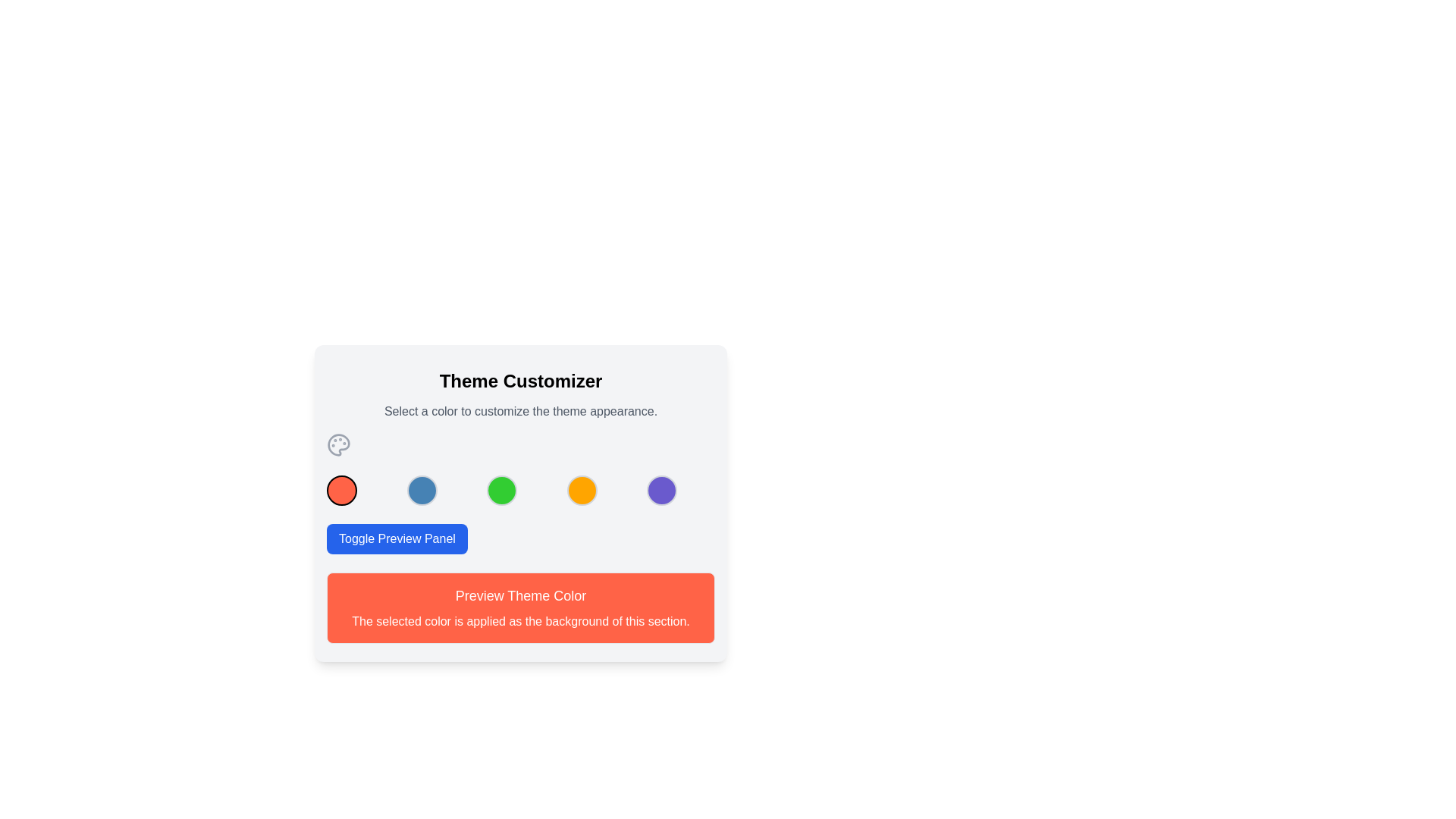 The image size is (1456, 819). Describe the element at coordinates (520, 607) in the screenshot. I see `the static display section with a red background that contains the text 'Preview Theme Color' and 'The selected color is applied as the background of this section.'` at that location.